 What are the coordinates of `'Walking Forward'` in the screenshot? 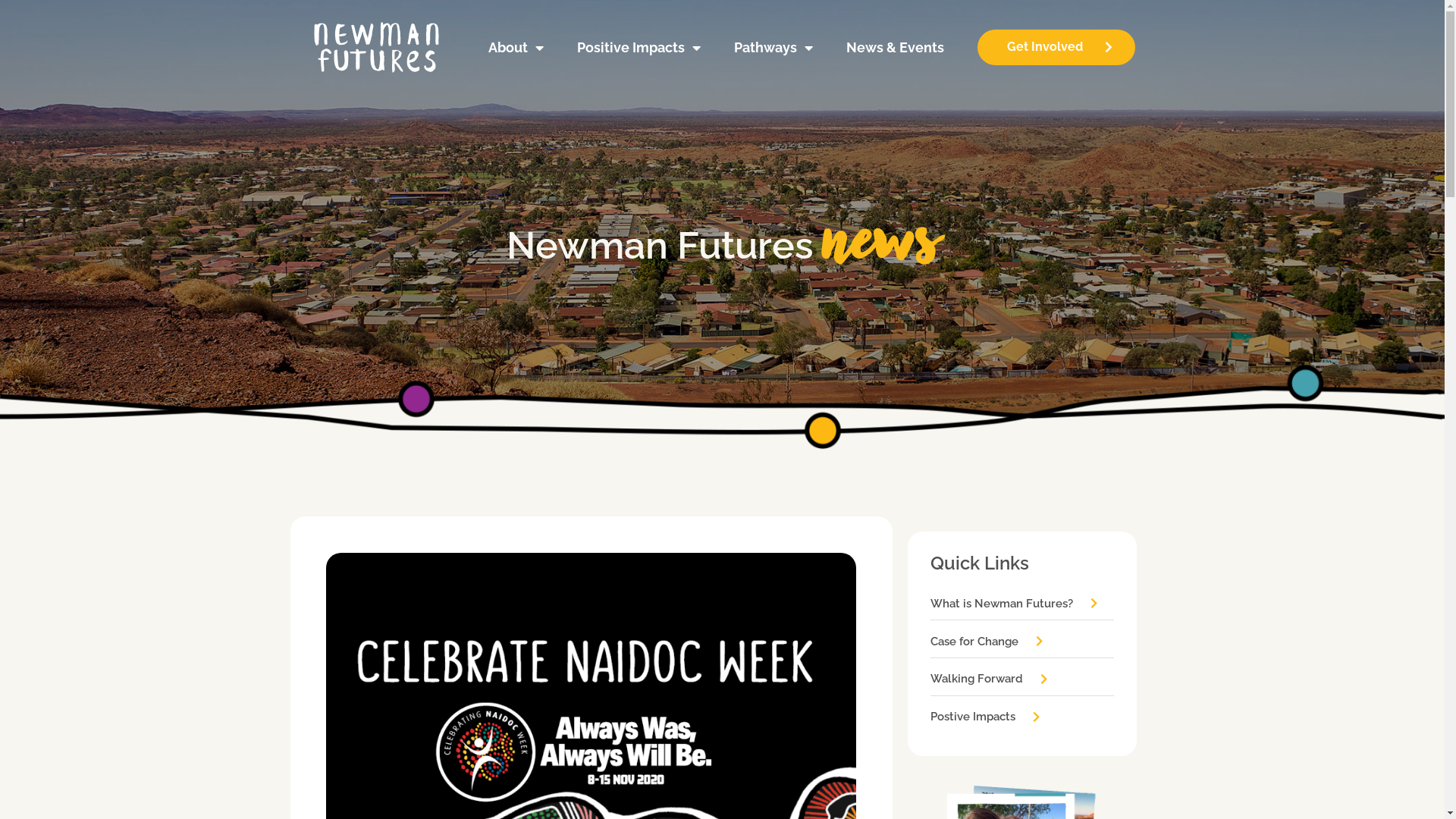 It's located at (990, 678).